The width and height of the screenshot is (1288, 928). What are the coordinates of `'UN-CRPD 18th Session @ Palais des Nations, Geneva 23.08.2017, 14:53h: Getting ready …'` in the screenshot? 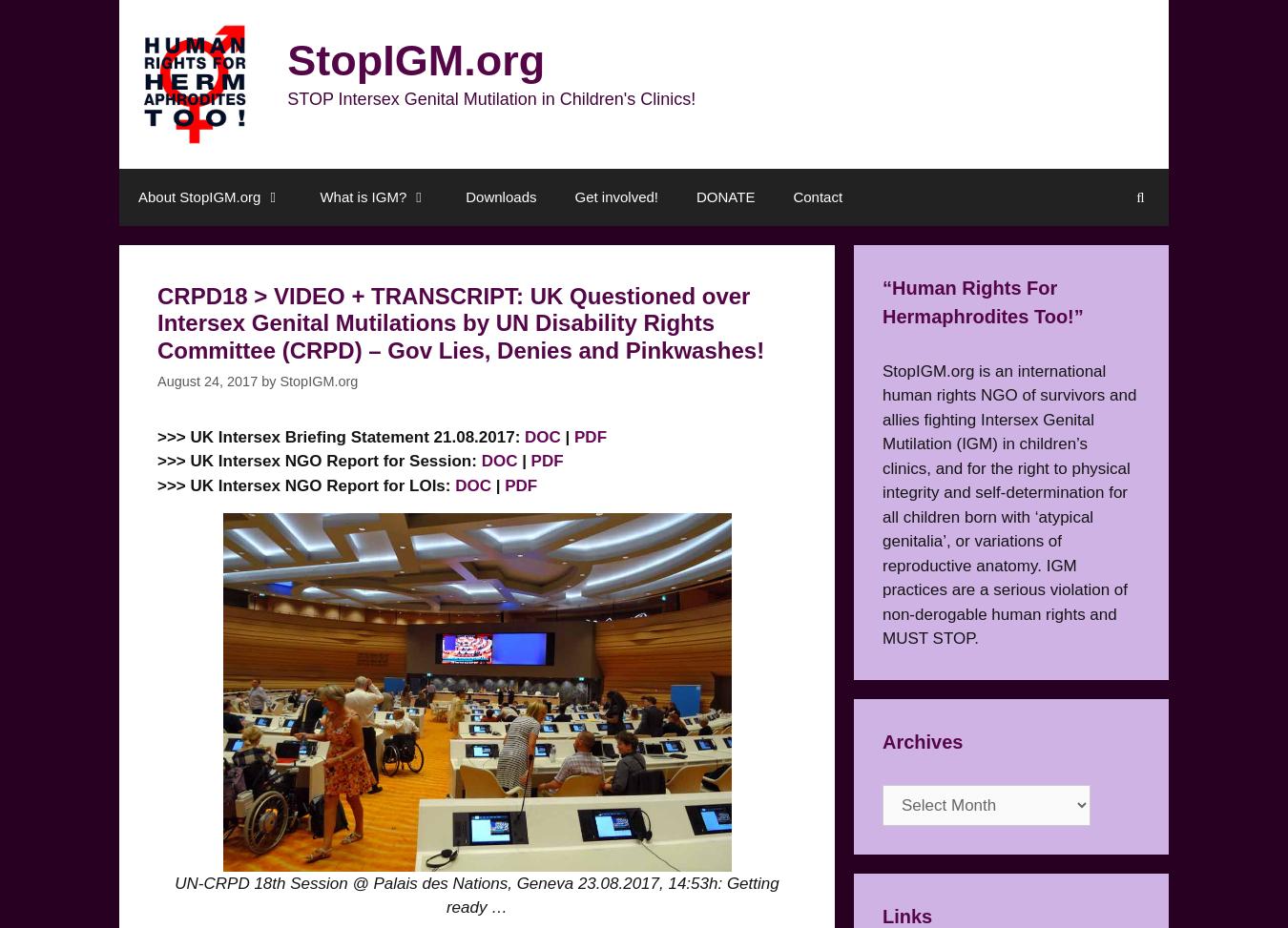 It's located at (475, 894).